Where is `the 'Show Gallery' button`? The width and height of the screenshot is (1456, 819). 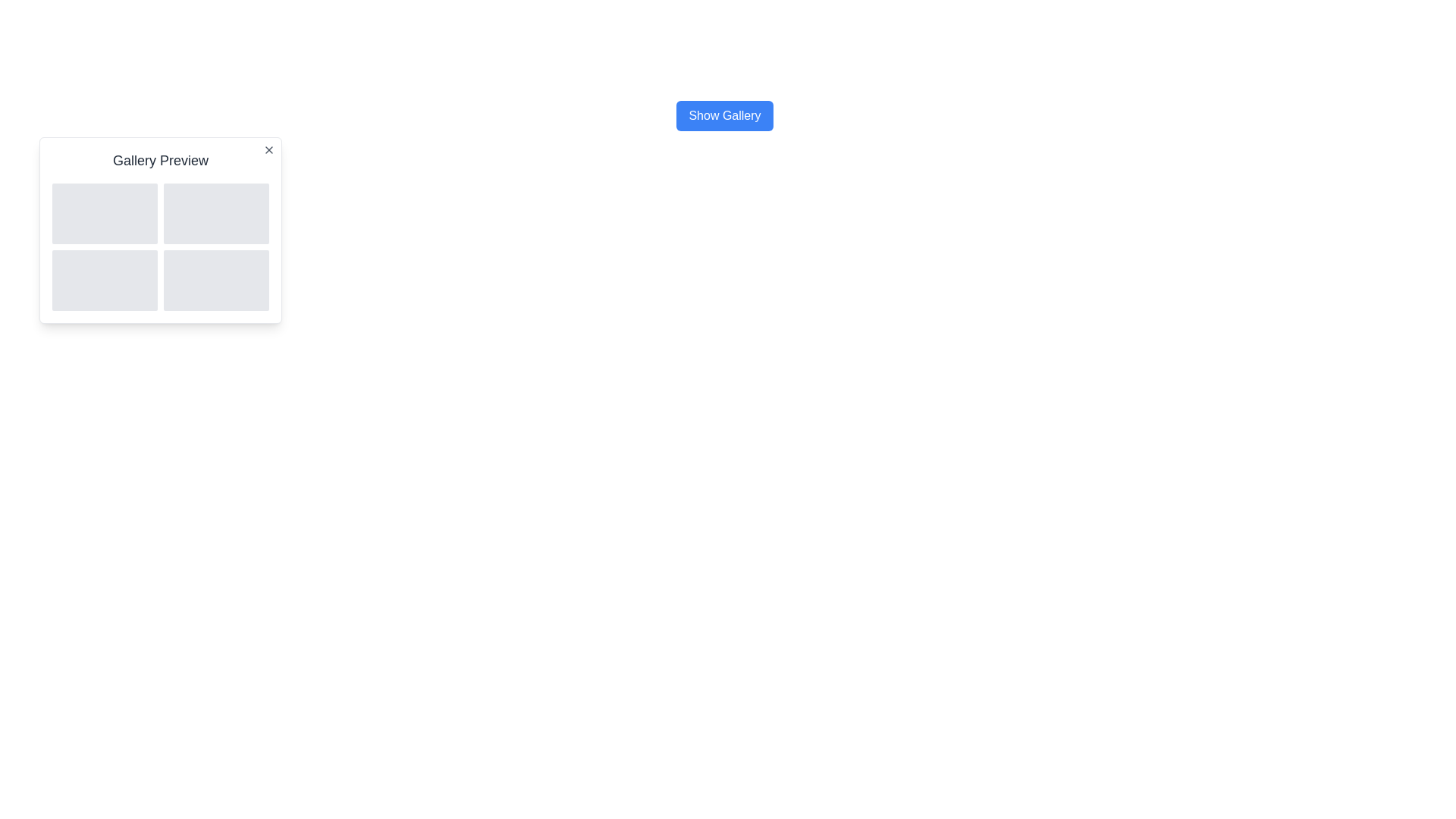 the 'Show Gallery' button is located at coordinates (723, 115).